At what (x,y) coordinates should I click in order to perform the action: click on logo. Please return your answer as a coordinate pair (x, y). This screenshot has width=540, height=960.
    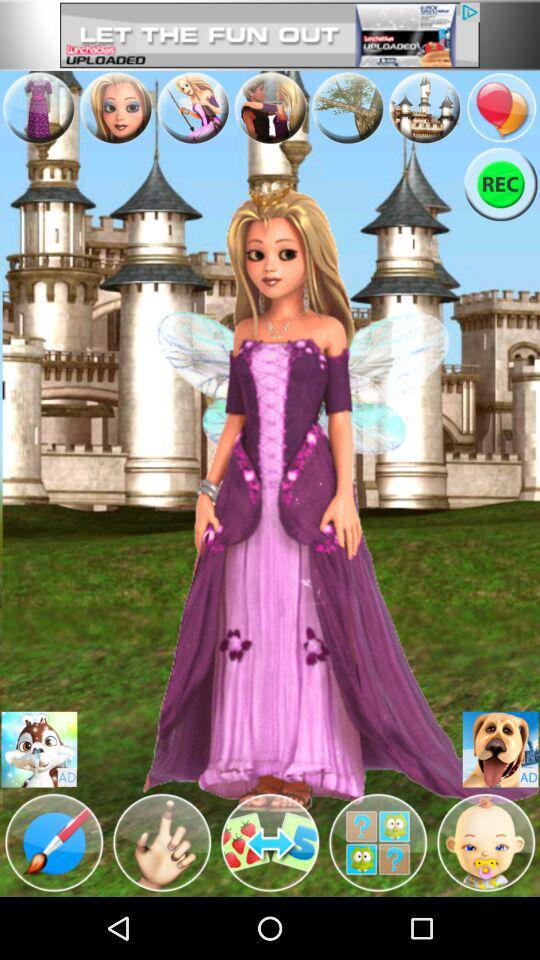
    Looking at the image, I should click on (485, 841).